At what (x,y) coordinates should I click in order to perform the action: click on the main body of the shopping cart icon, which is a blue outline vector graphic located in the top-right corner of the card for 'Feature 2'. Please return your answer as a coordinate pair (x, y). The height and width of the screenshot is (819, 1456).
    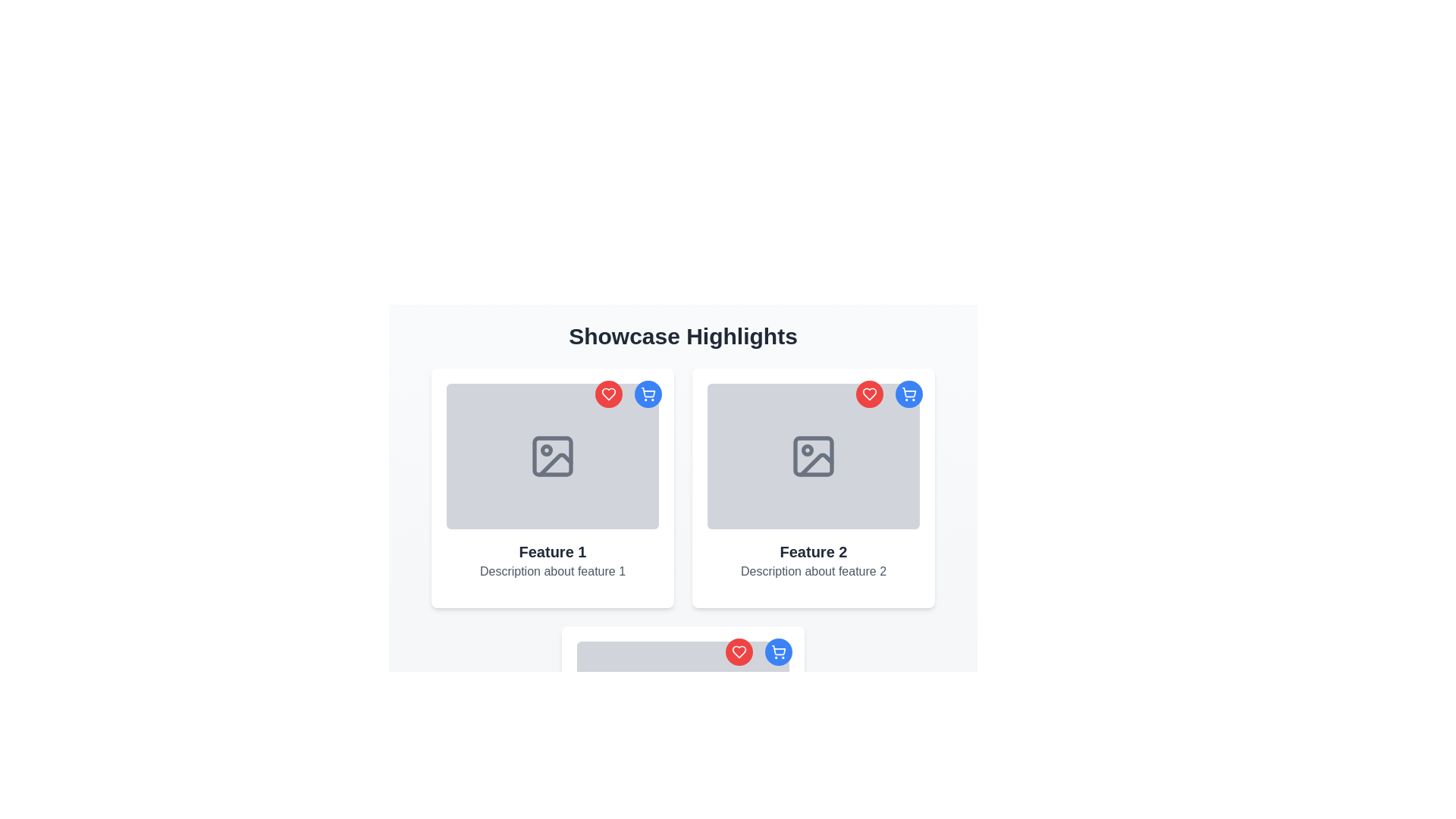
    Looking at the image, I should click on (648, 391).